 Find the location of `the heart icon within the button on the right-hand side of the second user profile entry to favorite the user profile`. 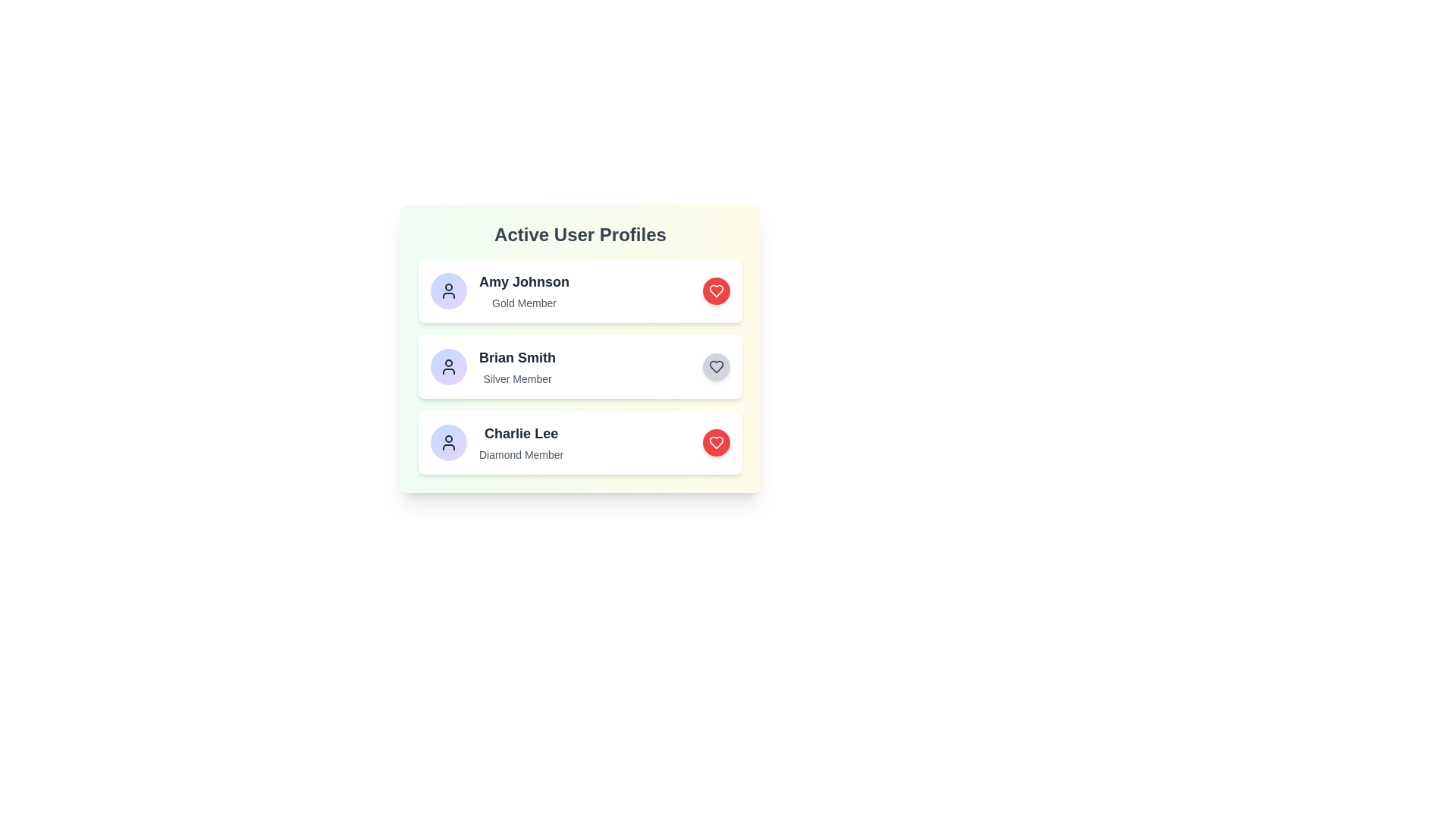

the heart icon within the button on the right-hand side of the second user profile entry to favorite the user profile is located at coordinates (716, 366).